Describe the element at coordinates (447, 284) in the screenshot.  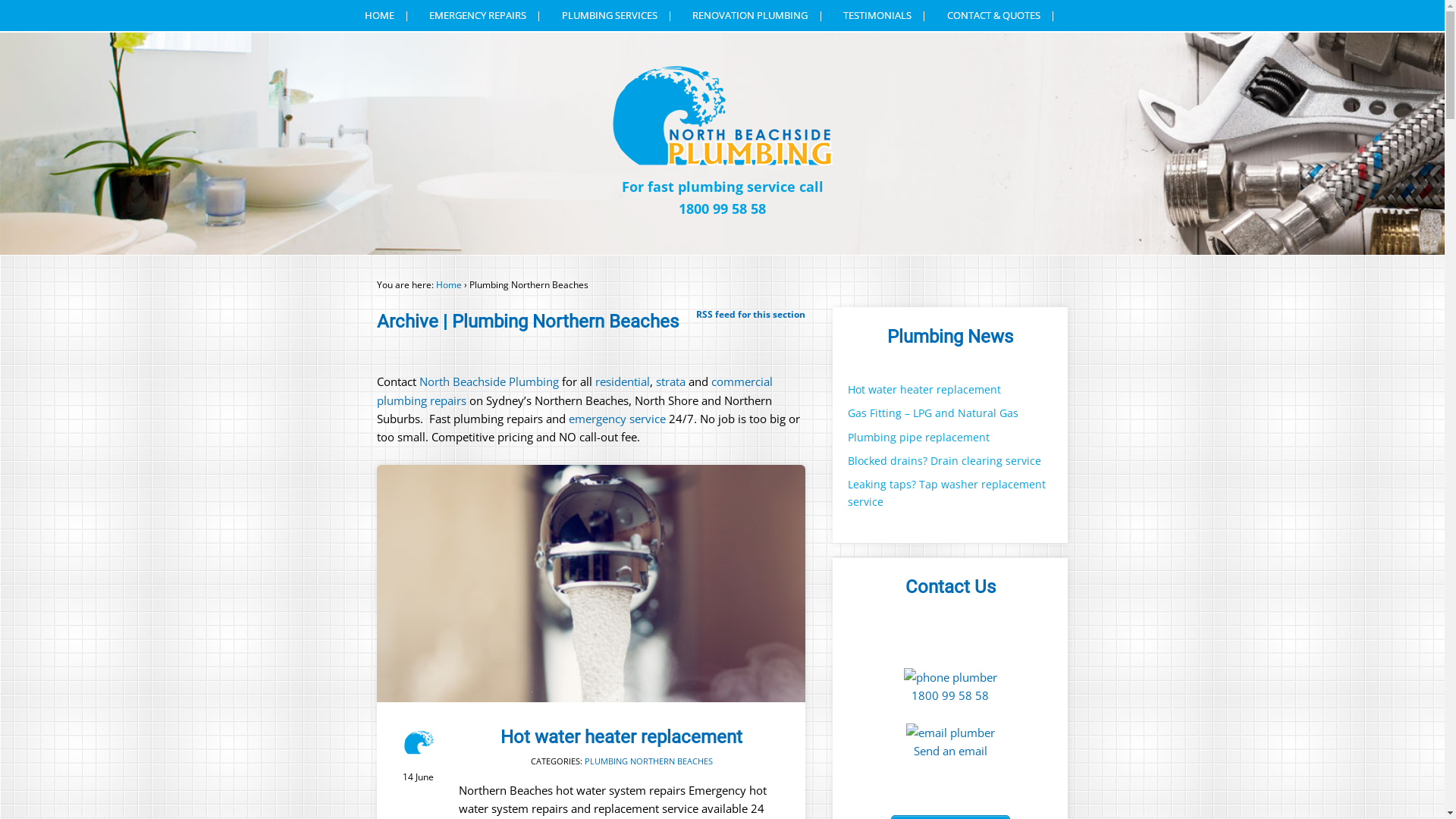
I see `'Home'` at that location.